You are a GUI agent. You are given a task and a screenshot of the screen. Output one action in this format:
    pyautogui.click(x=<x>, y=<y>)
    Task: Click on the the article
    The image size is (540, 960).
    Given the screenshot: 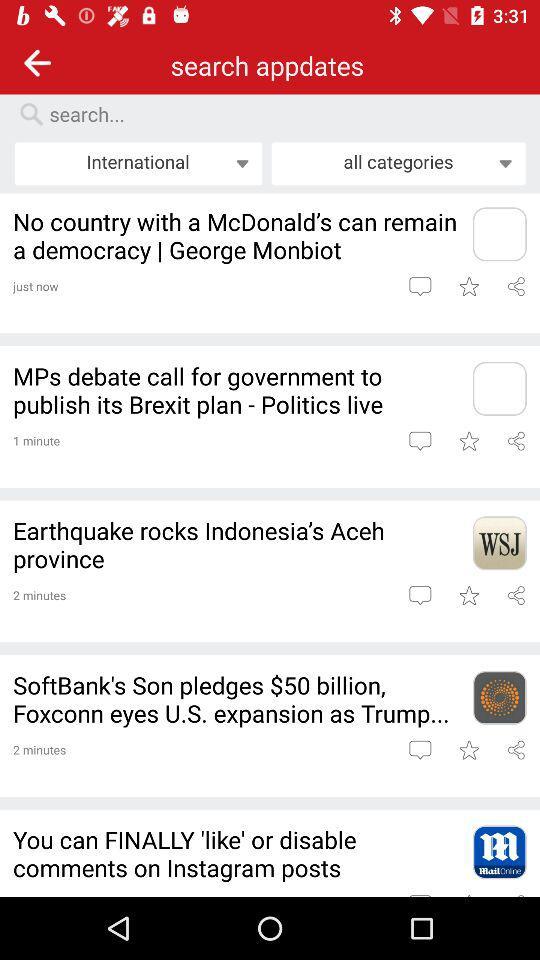 What is the action you would take?
    pyautogui.click(x=468, y=748)
    